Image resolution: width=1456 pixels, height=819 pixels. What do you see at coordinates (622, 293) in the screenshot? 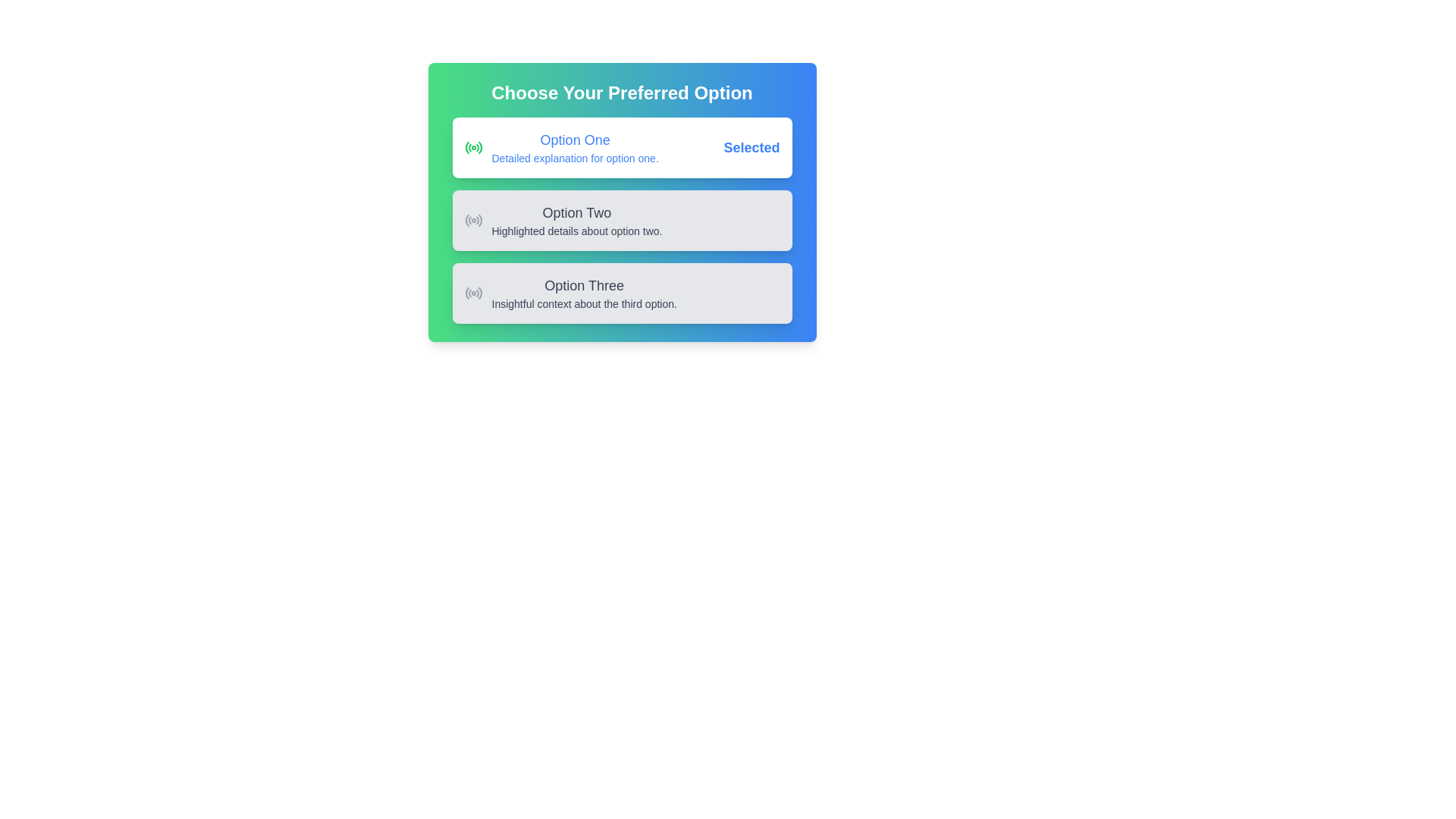
I see `the third option in a vertical list of selectable options, which provides descriptive information and is located below 'Option Two'` at bounding box center [622, 293].